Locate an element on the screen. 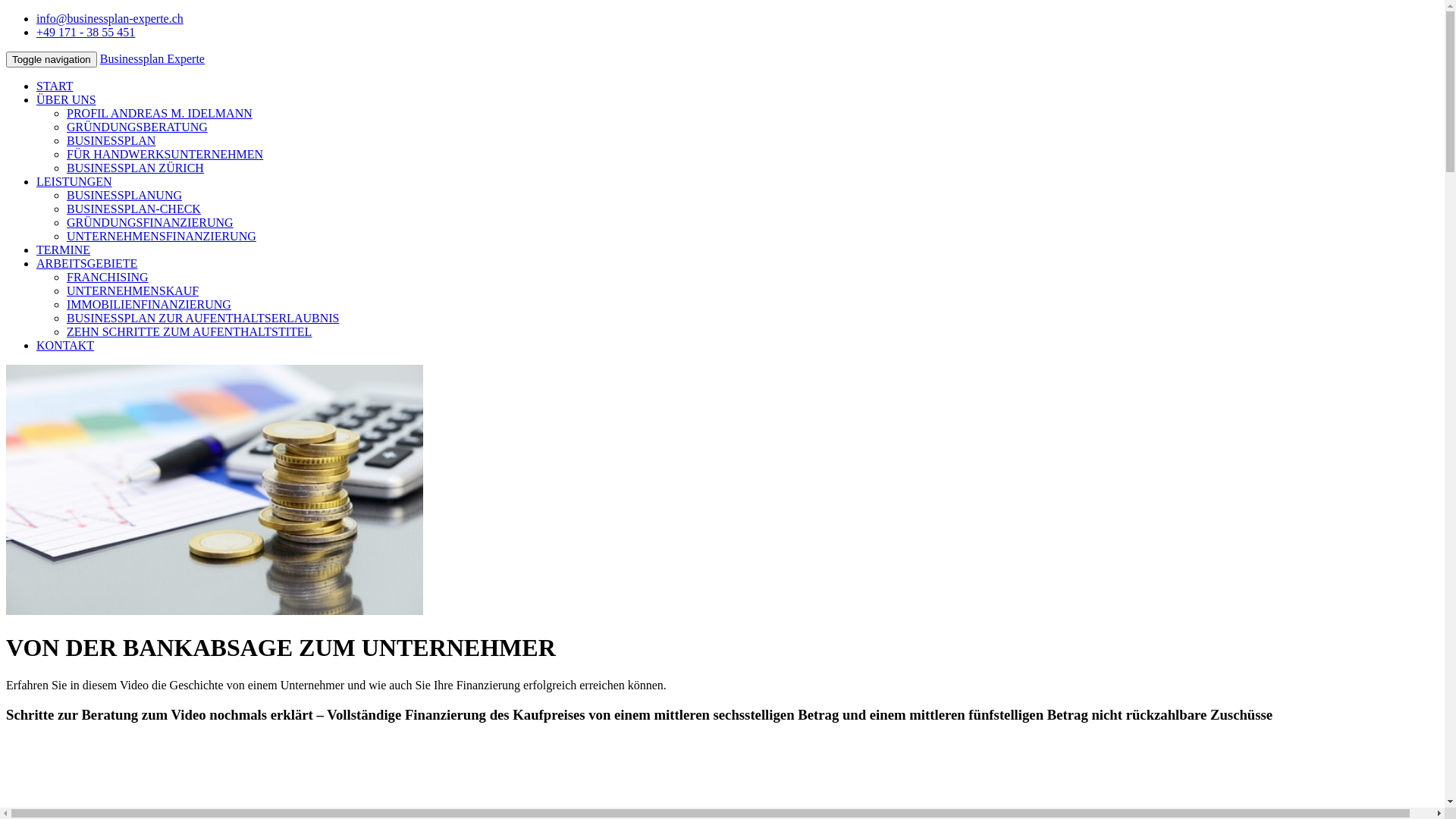 The height and width of the screenshot is (819, 1456). 'KONTAKT' is located at coordinates (36, 345).